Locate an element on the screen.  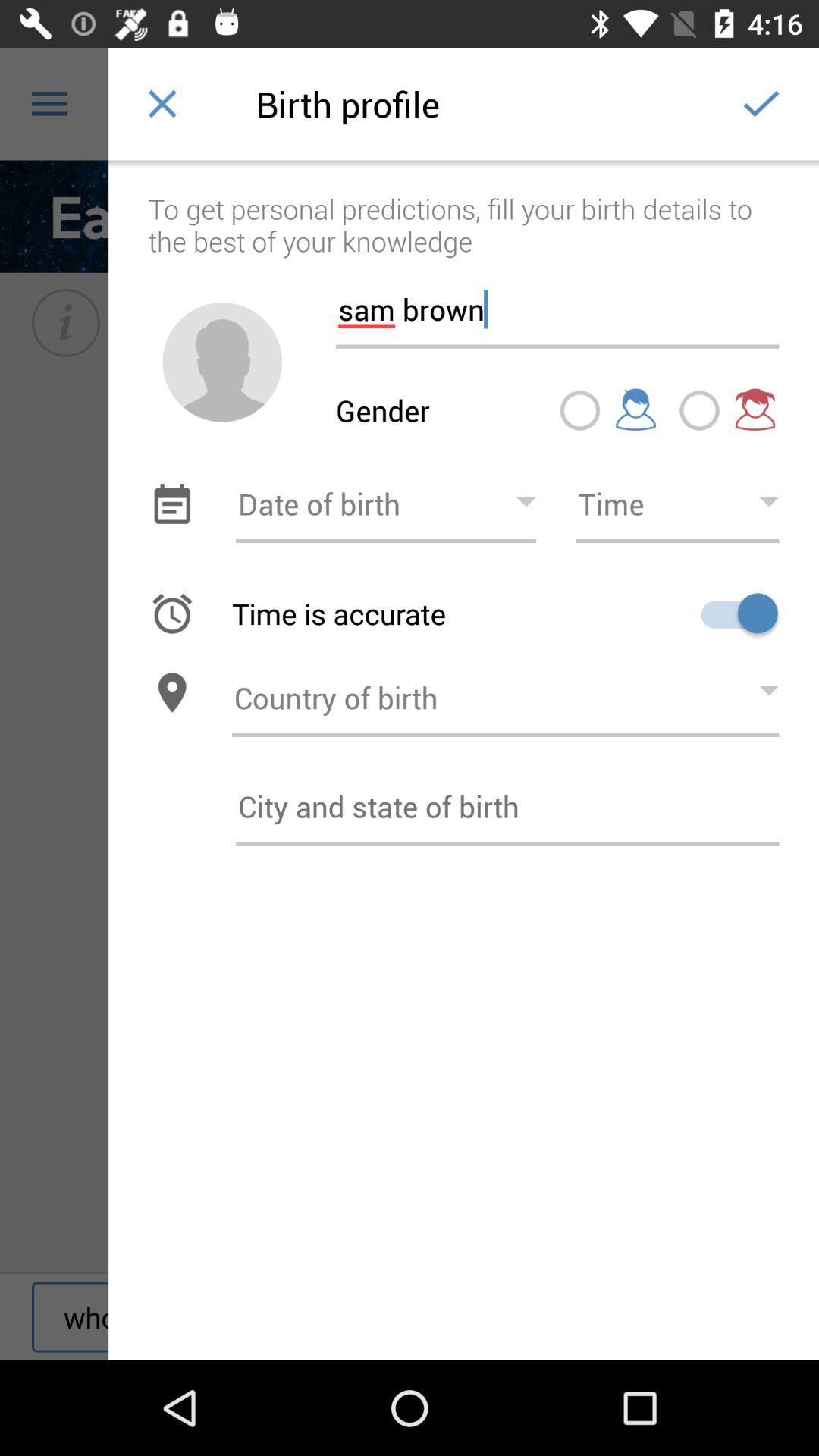
shows mark place option is located at coordinates (579, 410).